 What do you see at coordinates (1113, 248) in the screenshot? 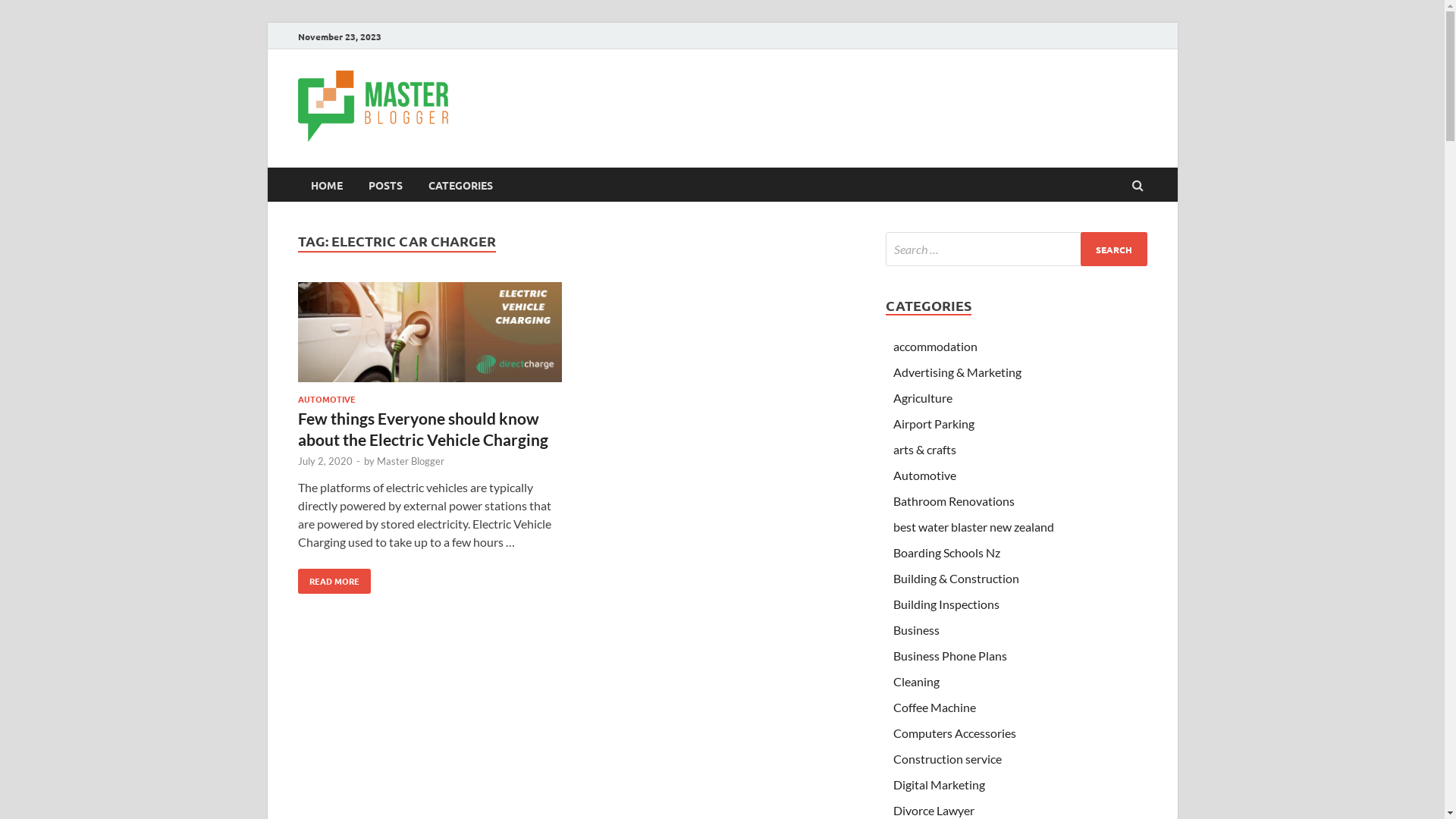
I see `'Search'` at bounding box center [1113, 248].